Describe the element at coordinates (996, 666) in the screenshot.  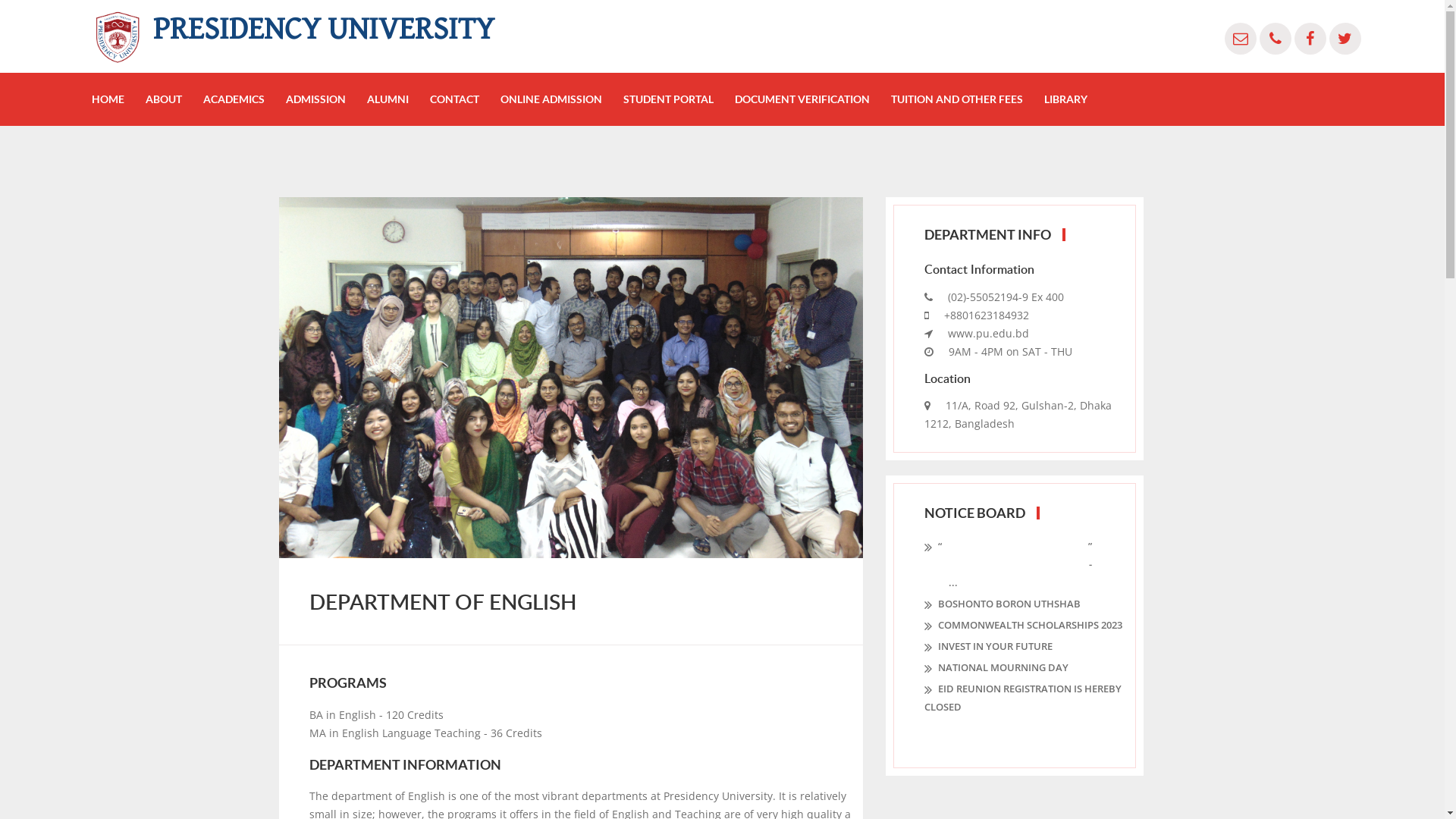
I see `'NATIONAL MOURNING DAY'` at that location.